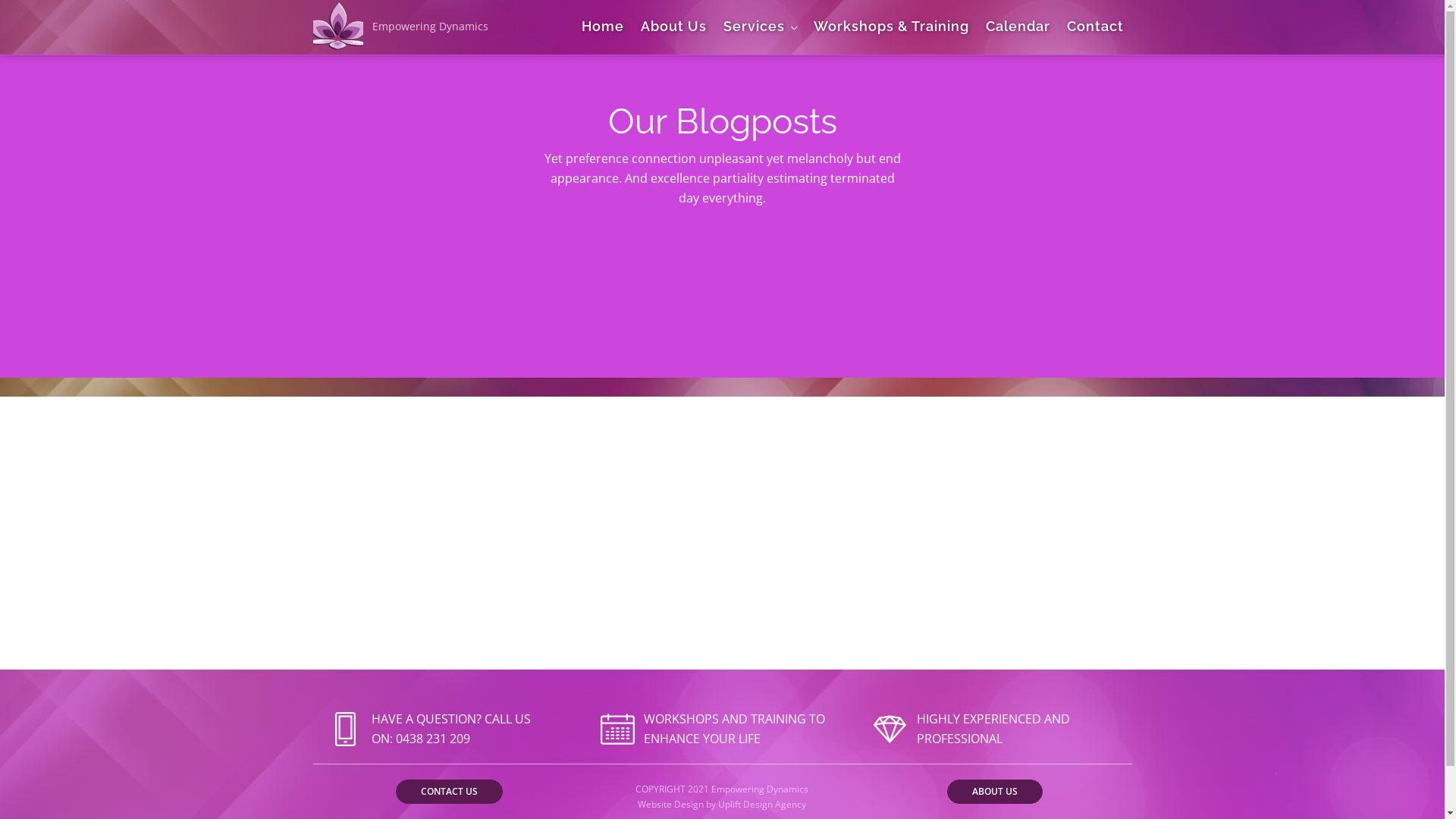 This screenshot has height=819, width=1456. What do you see at coordinates (1058, 27) in the screenshot?
I see `'Contact'` at bounding box center [1058, 27].